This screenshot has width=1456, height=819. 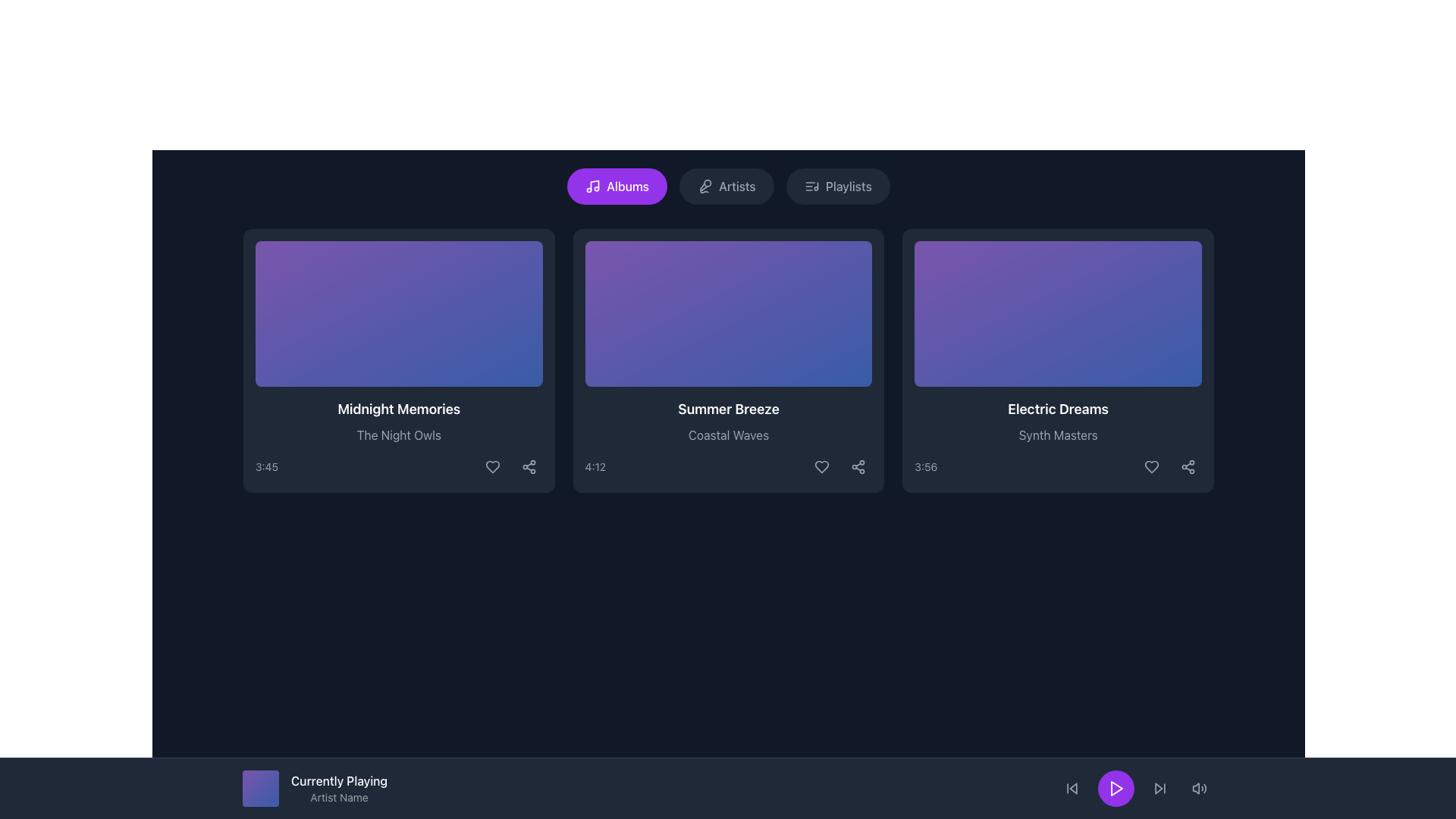 I want to click on the text label displaying 'The Night Owls', which is located beneath 'Midnight Memories' and above the duration text '3:45' in the leftmost album card, so click(x=399, y=435).